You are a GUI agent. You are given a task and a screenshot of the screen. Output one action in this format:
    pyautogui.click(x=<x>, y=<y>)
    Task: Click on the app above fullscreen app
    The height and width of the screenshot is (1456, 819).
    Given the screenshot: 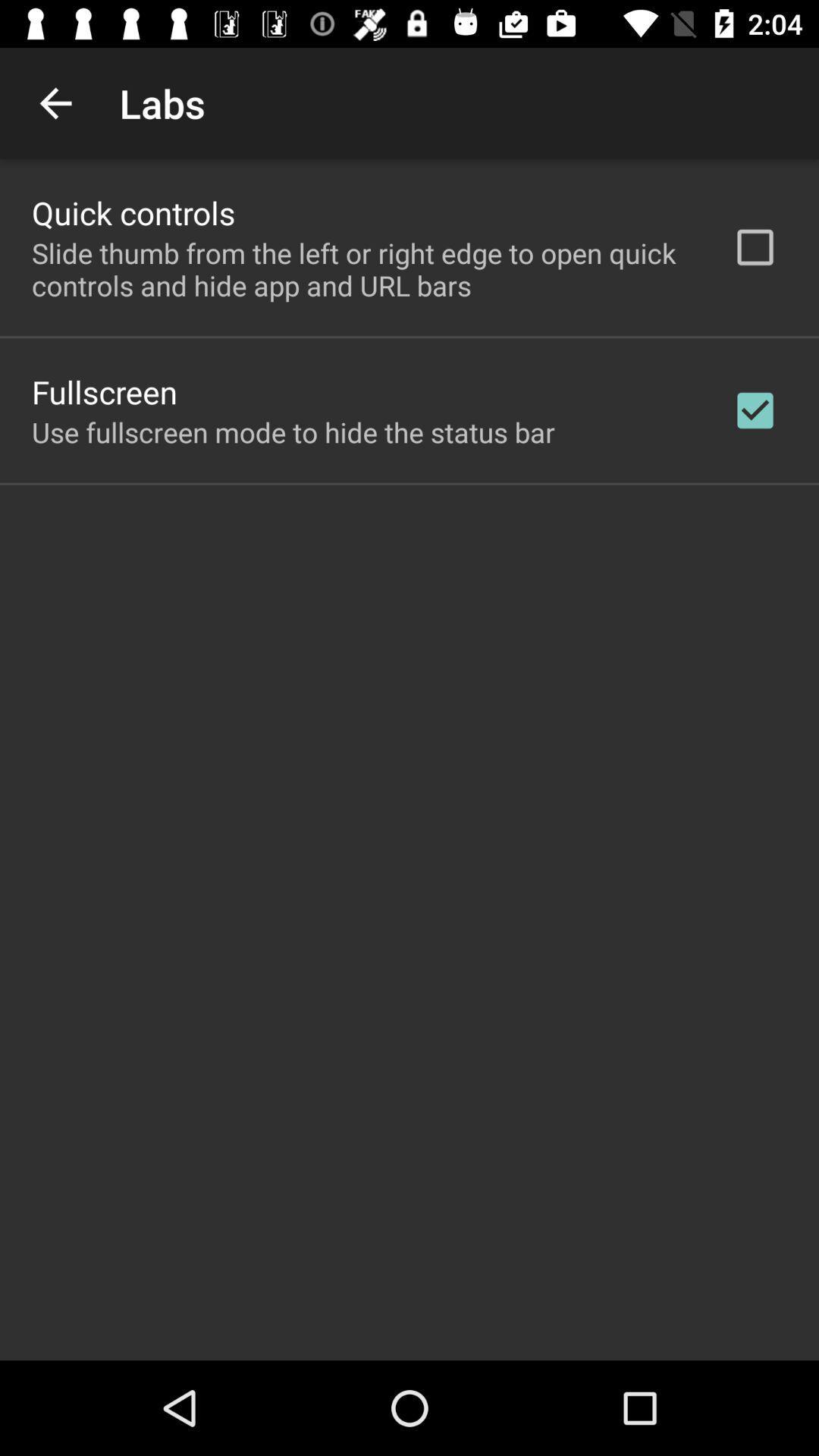 What is the action you would take?
    pyautogui.click(x=362, y=269)
    